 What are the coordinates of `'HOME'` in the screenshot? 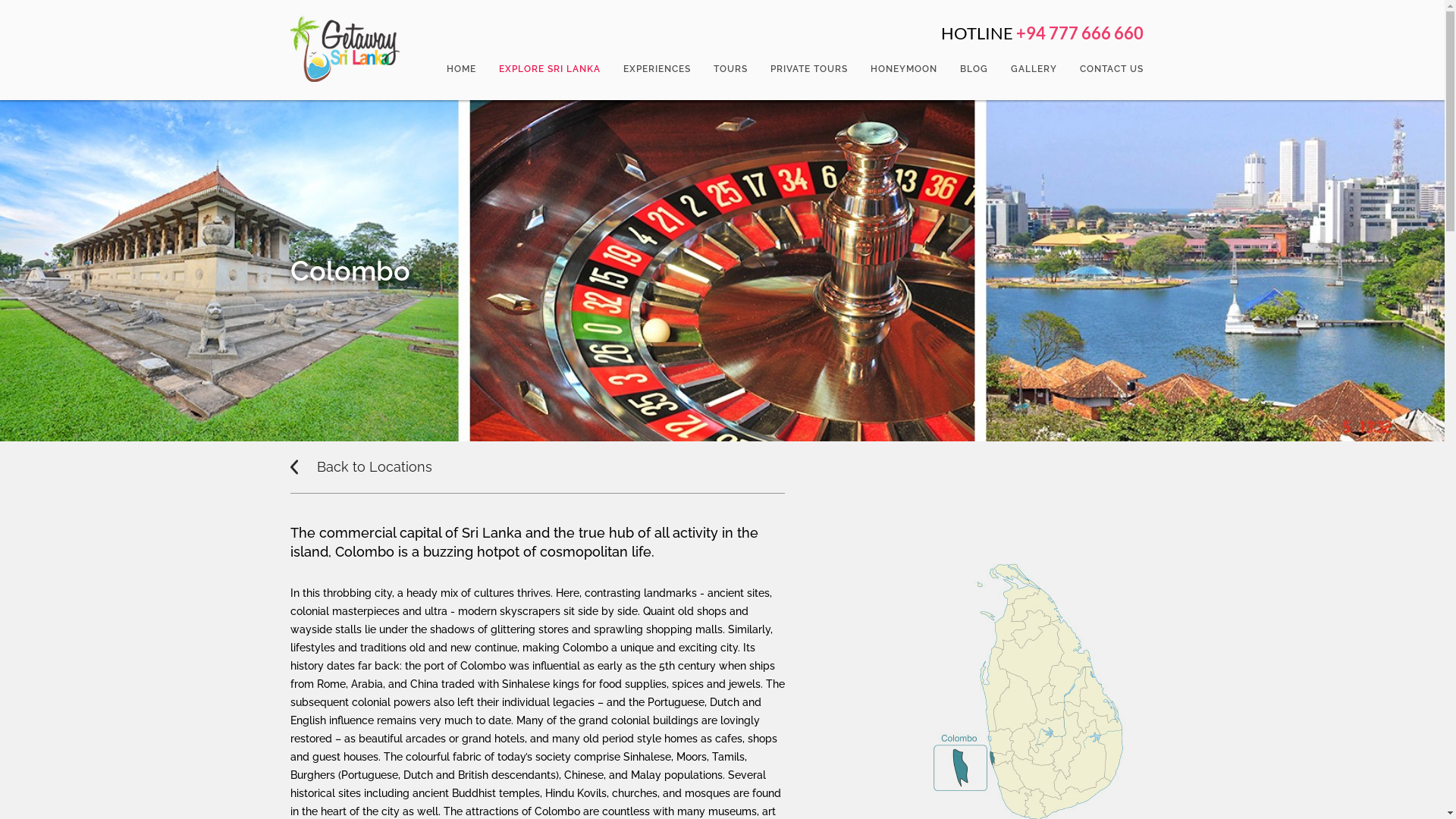 It's located at (460, 69).